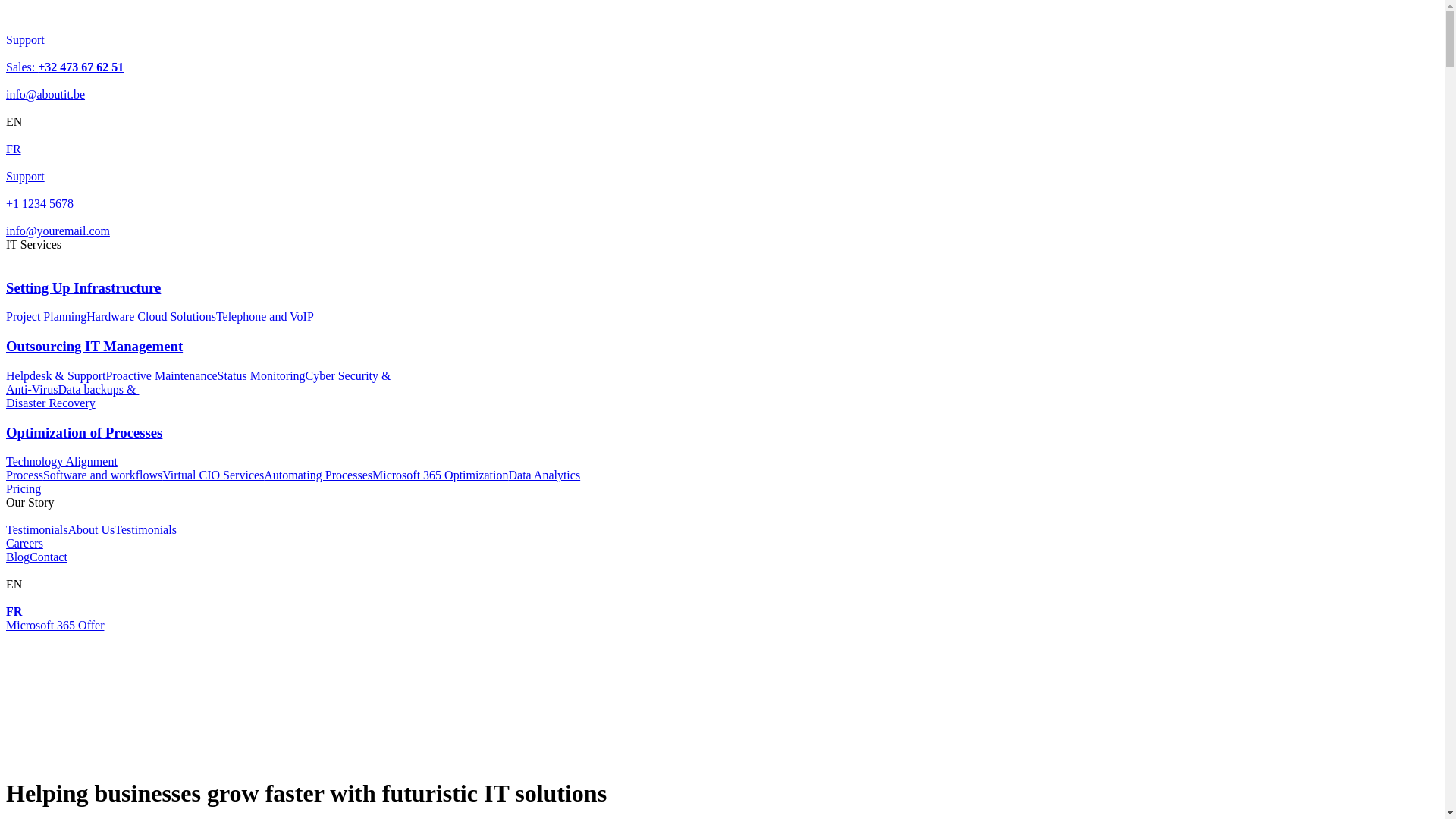 The image size is (1456, 819). I want to click on 'Helpdesk & Support', so click(55, 375).